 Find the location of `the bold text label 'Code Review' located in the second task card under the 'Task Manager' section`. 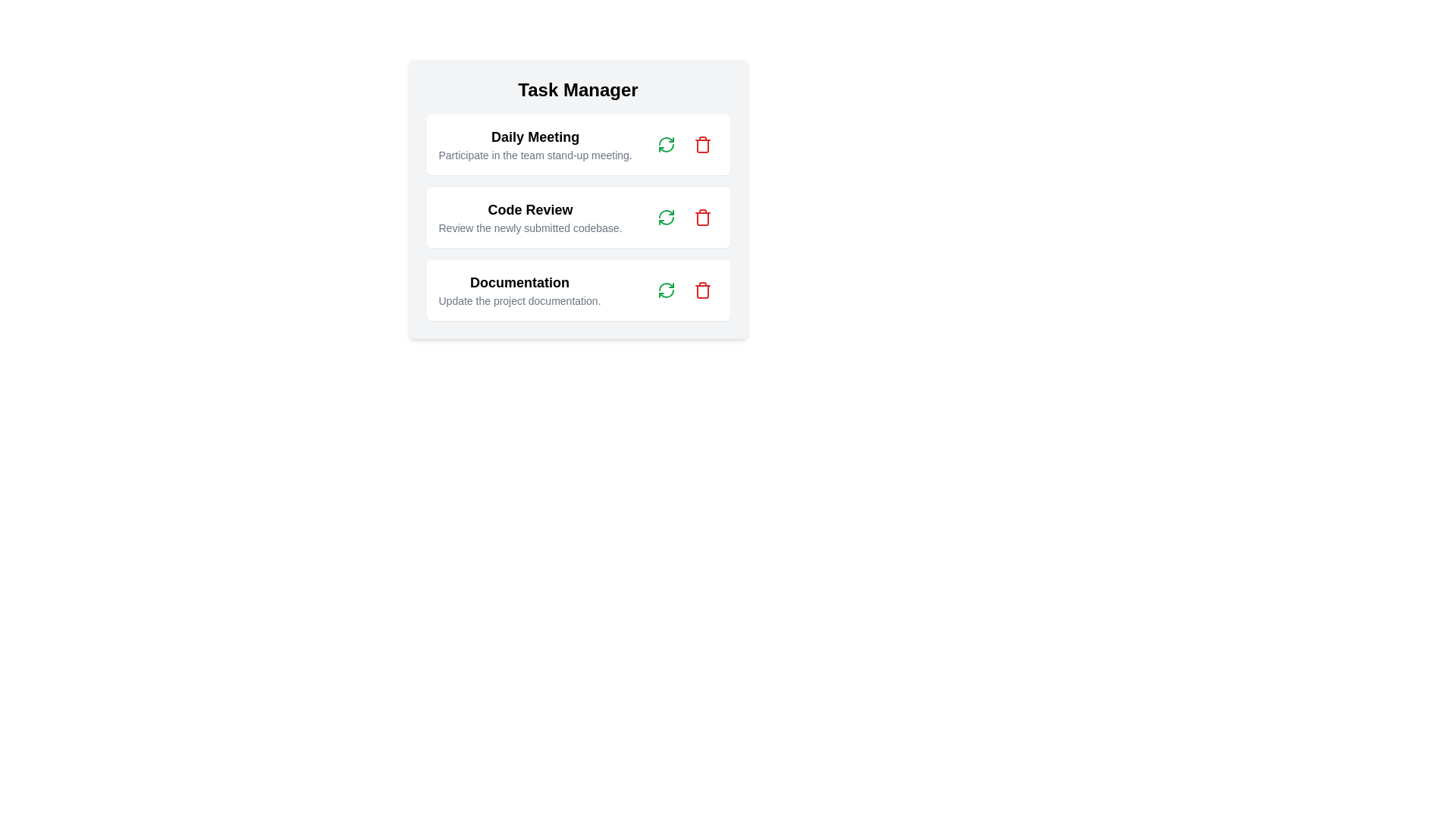

the bold text label 'Code Review' located in the second task card under the 'Task Manager' section is located at coordinates (530, 210).